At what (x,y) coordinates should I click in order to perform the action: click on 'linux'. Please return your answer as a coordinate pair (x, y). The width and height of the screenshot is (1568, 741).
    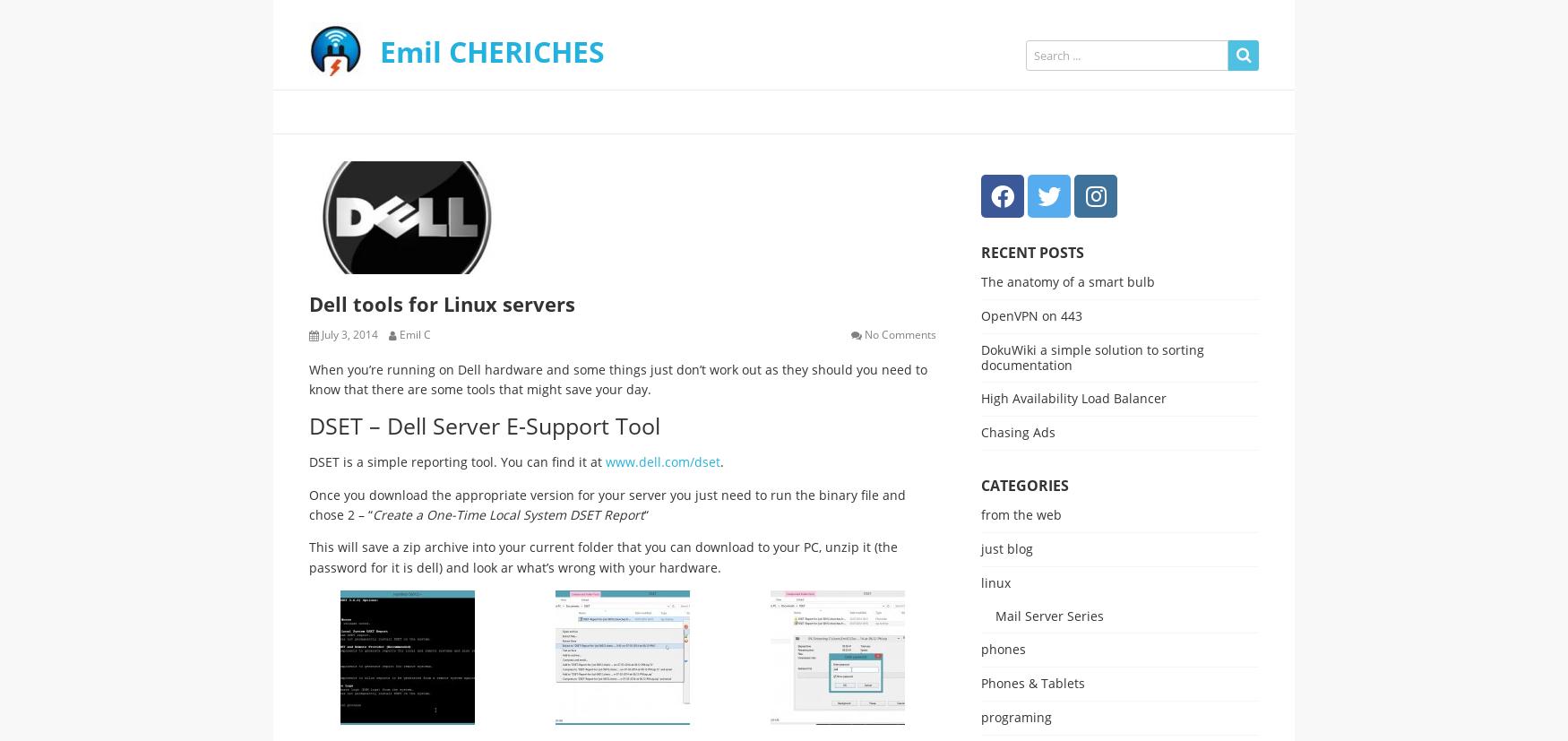
    Looking at the image, I should click on (995, 582).